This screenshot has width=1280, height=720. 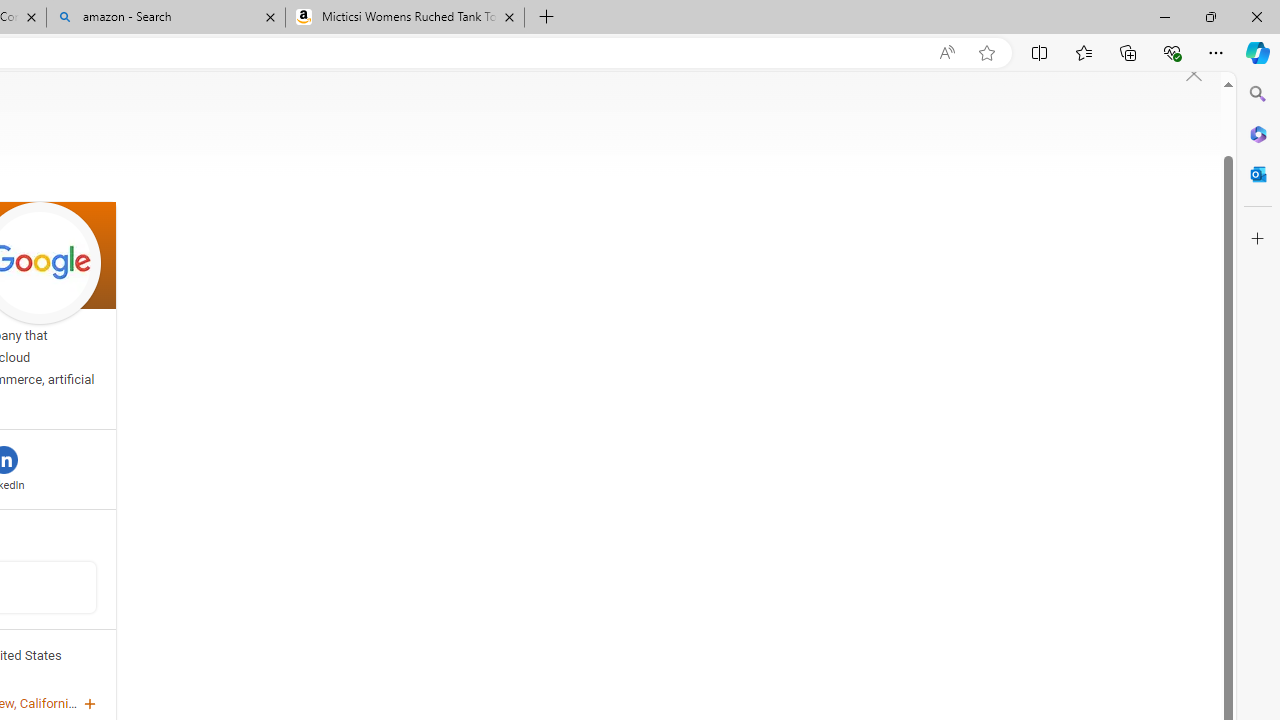 I want to click on 'Minimize', so click(x=1164, y=16).